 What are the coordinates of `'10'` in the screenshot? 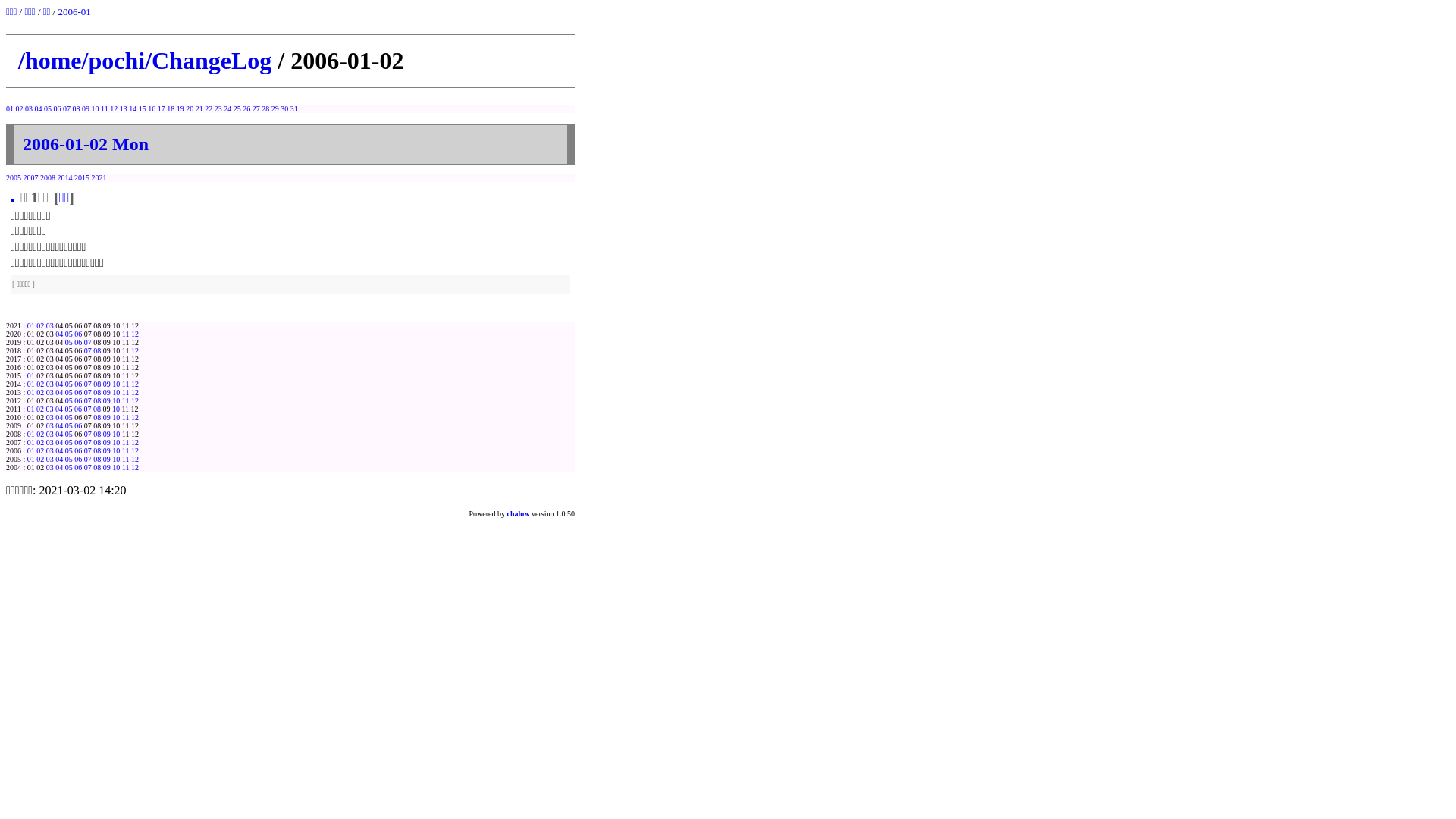 It's located at (111, 391).